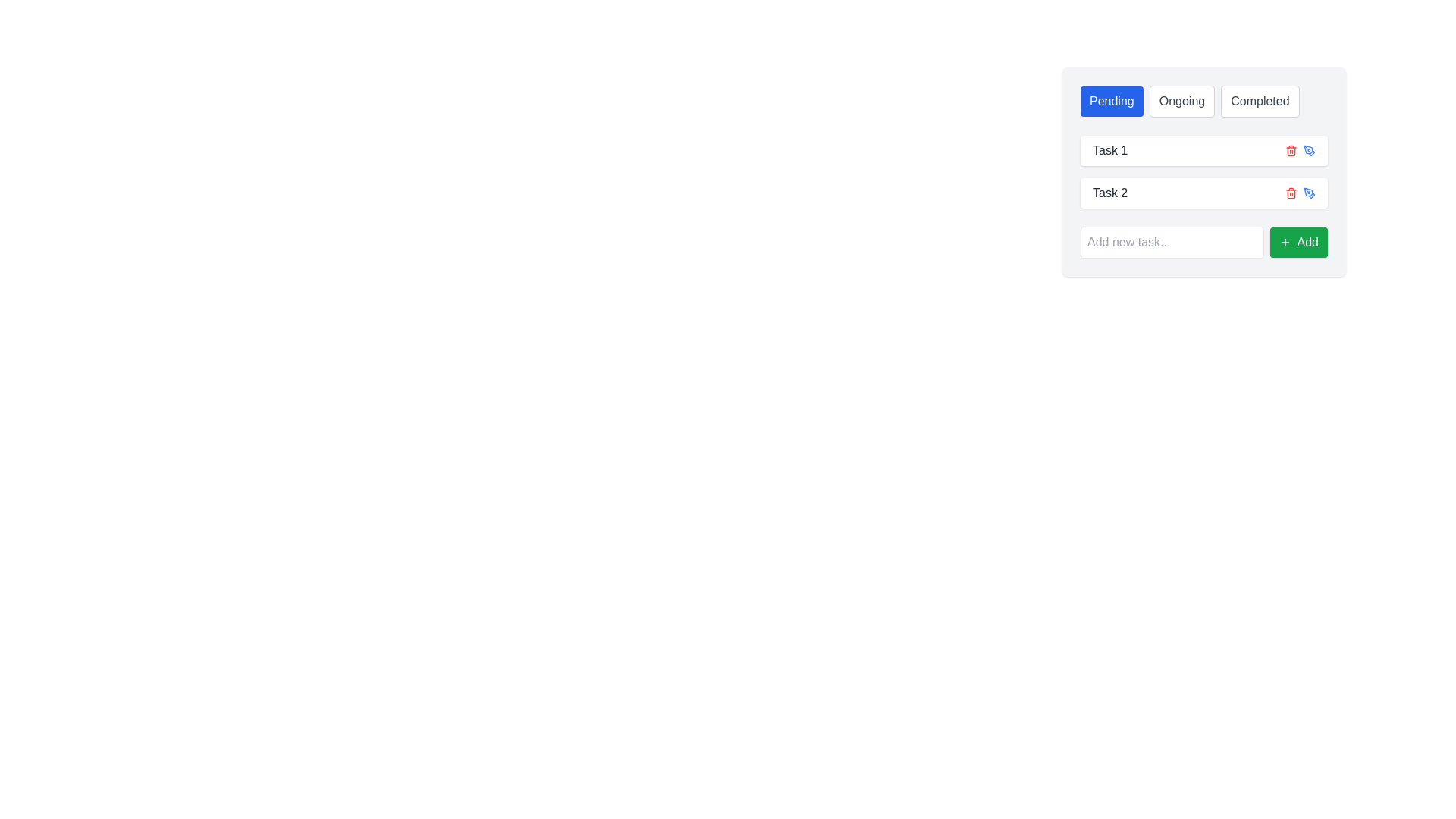  I want to click on the blue icon button that resembles a tool pen, located to the right of the second task in the task list, so click(1309, 151).